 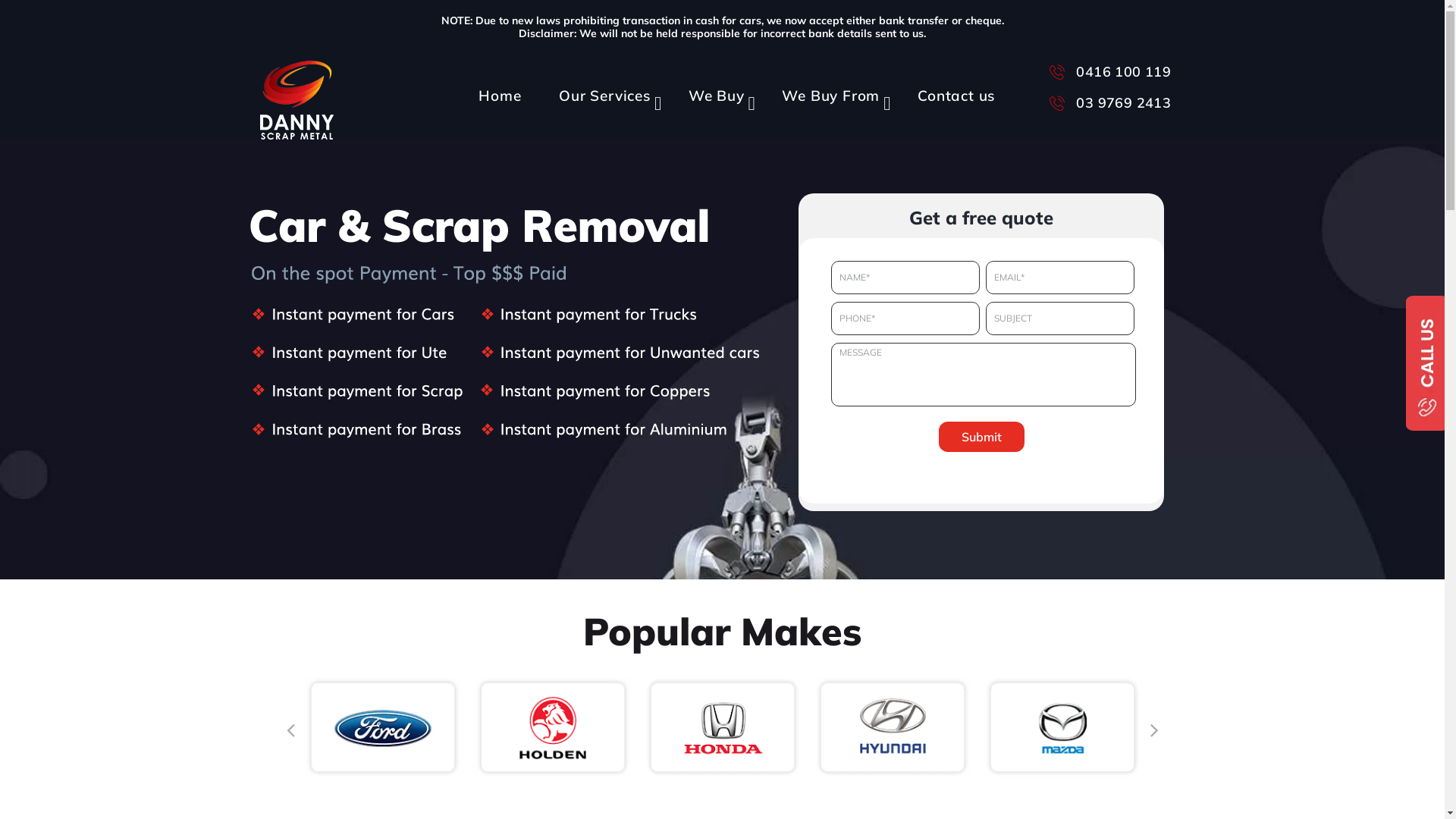 What do you see at coordinates (827, 87) in the screenshot?
I see `'We Buy From'` at bounding box center [827, 87].